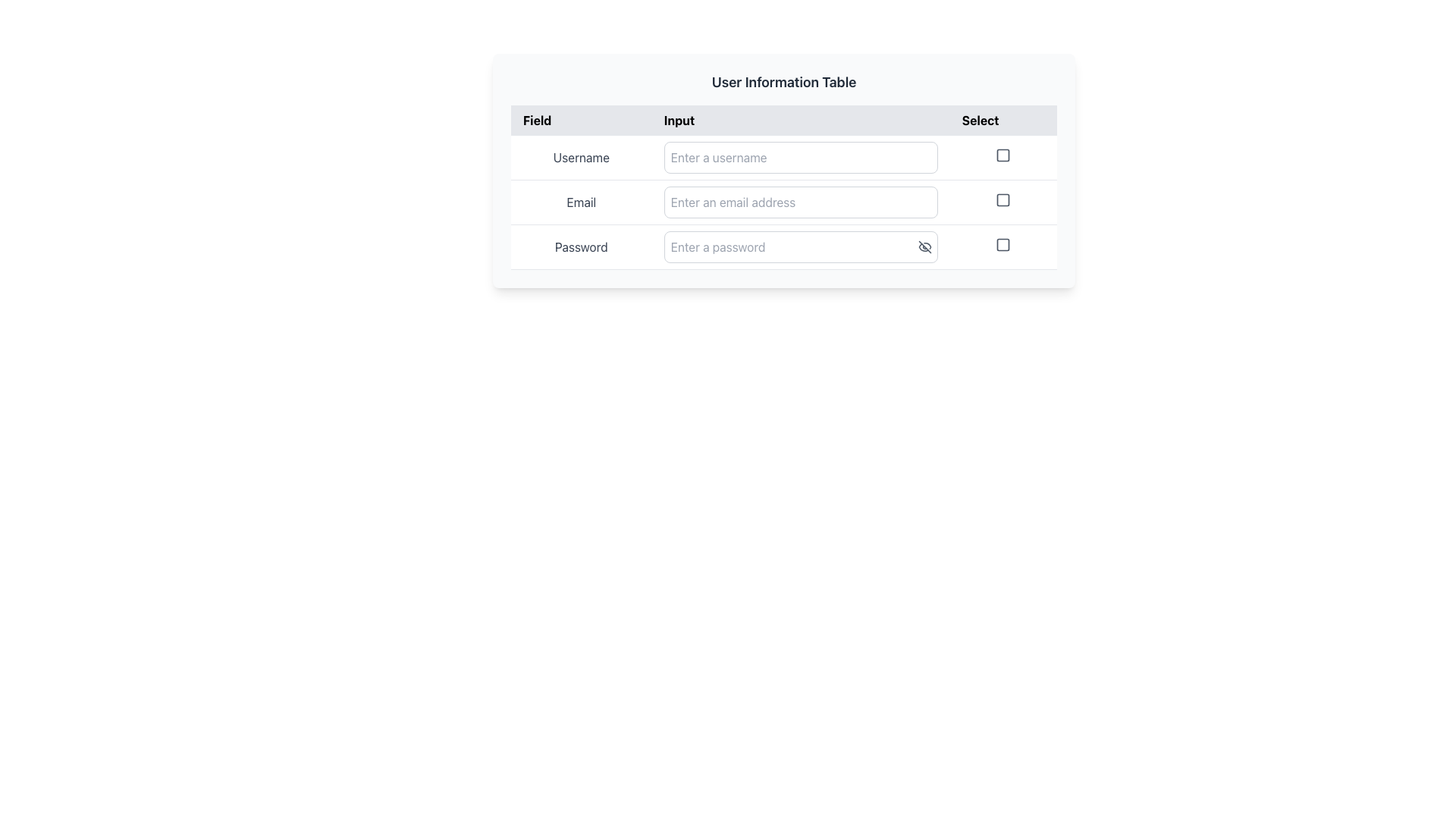 This screenshot has height=819, width=1456. What do you see at coordinates (924, 246) in the screenshot?
I see `the eye icon with a diagonal line crossing through it, located on the right inside the 'Password' input field` at bounding box center [924, 246].